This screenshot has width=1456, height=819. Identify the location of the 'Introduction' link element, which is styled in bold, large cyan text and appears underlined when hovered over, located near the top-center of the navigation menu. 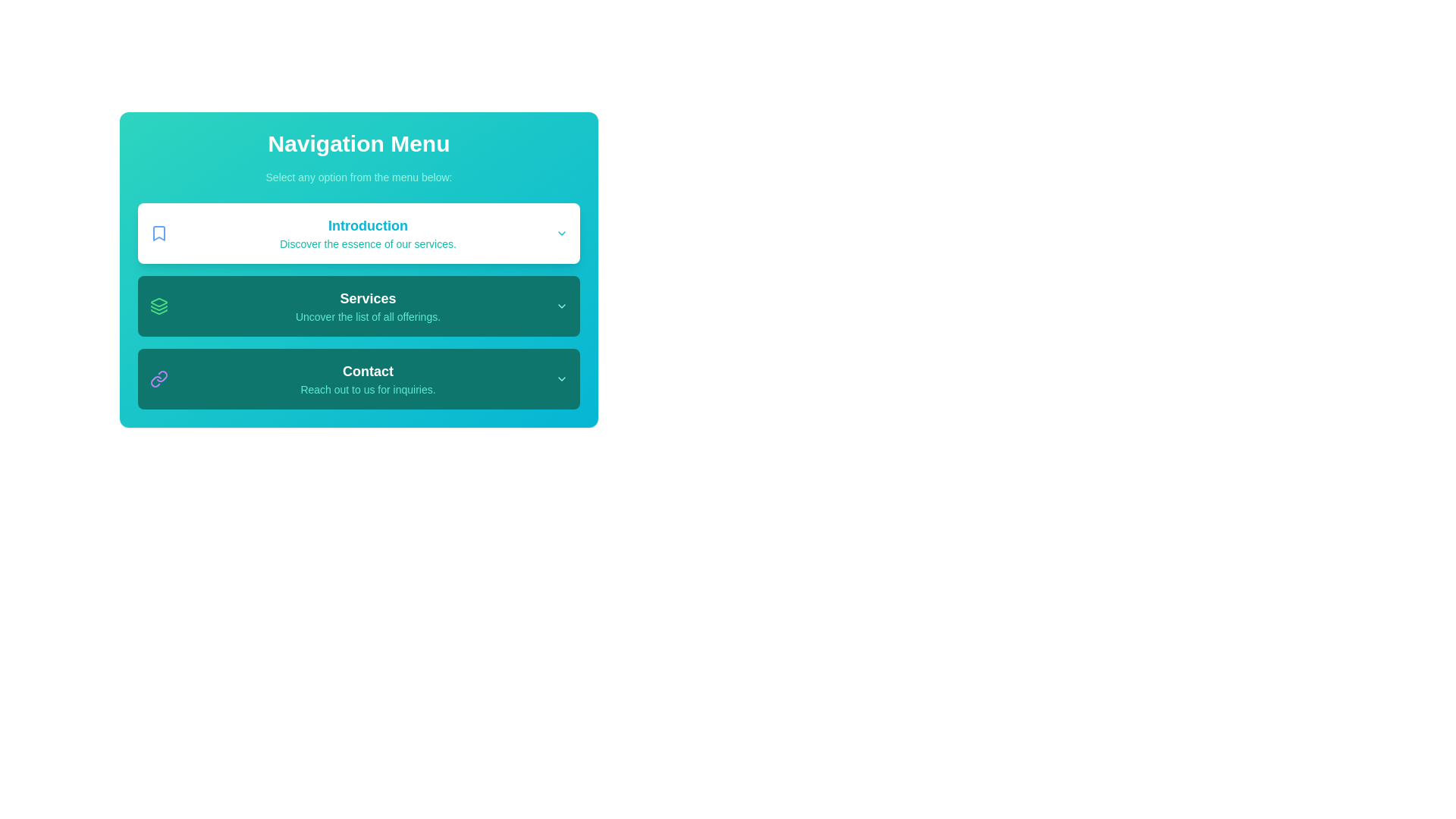
(368, 225).